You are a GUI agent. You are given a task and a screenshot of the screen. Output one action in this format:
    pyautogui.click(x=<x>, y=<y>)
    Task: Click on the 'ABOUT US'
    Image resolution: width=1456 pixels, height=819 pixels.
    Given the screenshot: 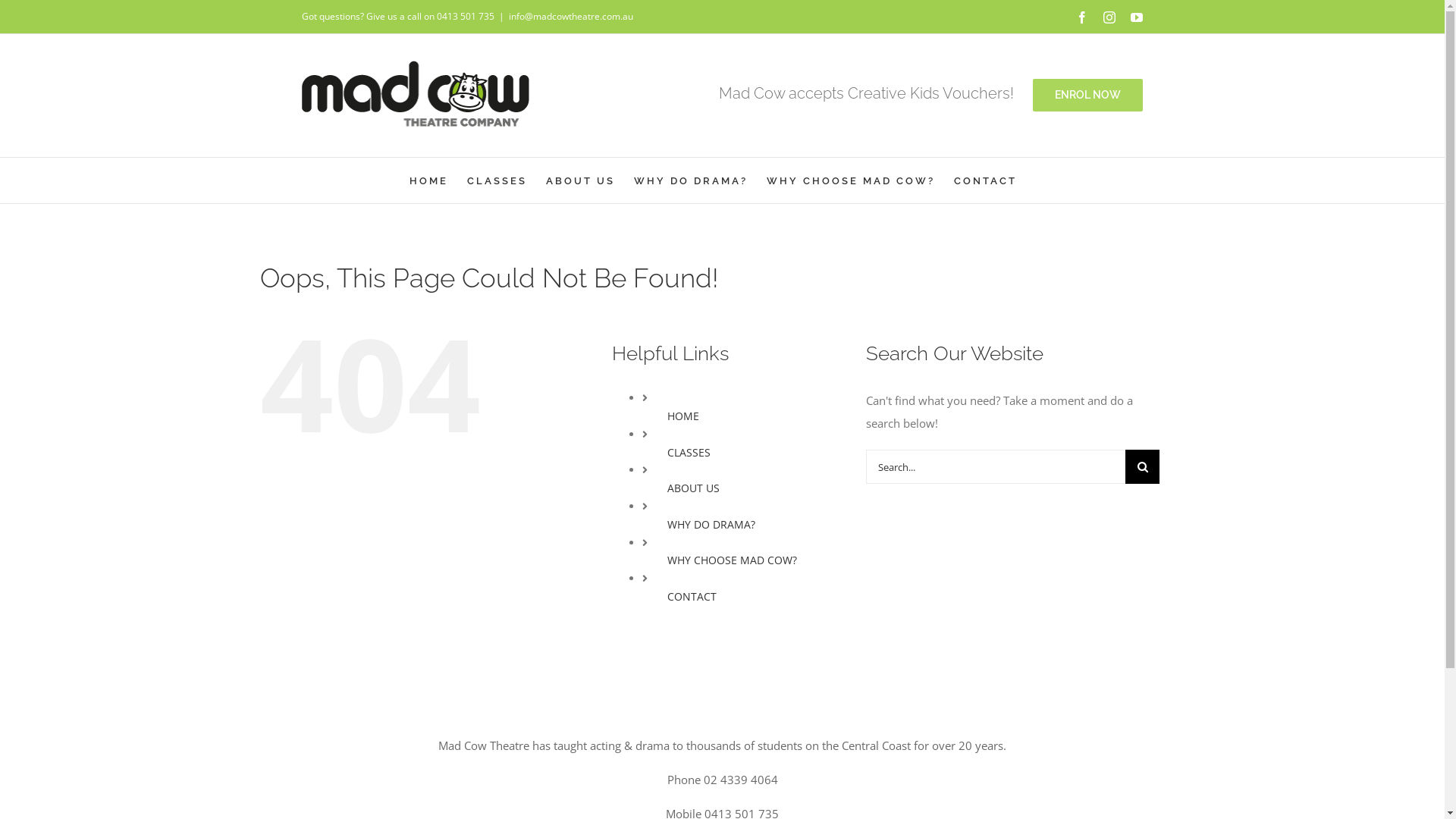 What is the action you would take?
    pyautogui.click(x=667, y=488)
    